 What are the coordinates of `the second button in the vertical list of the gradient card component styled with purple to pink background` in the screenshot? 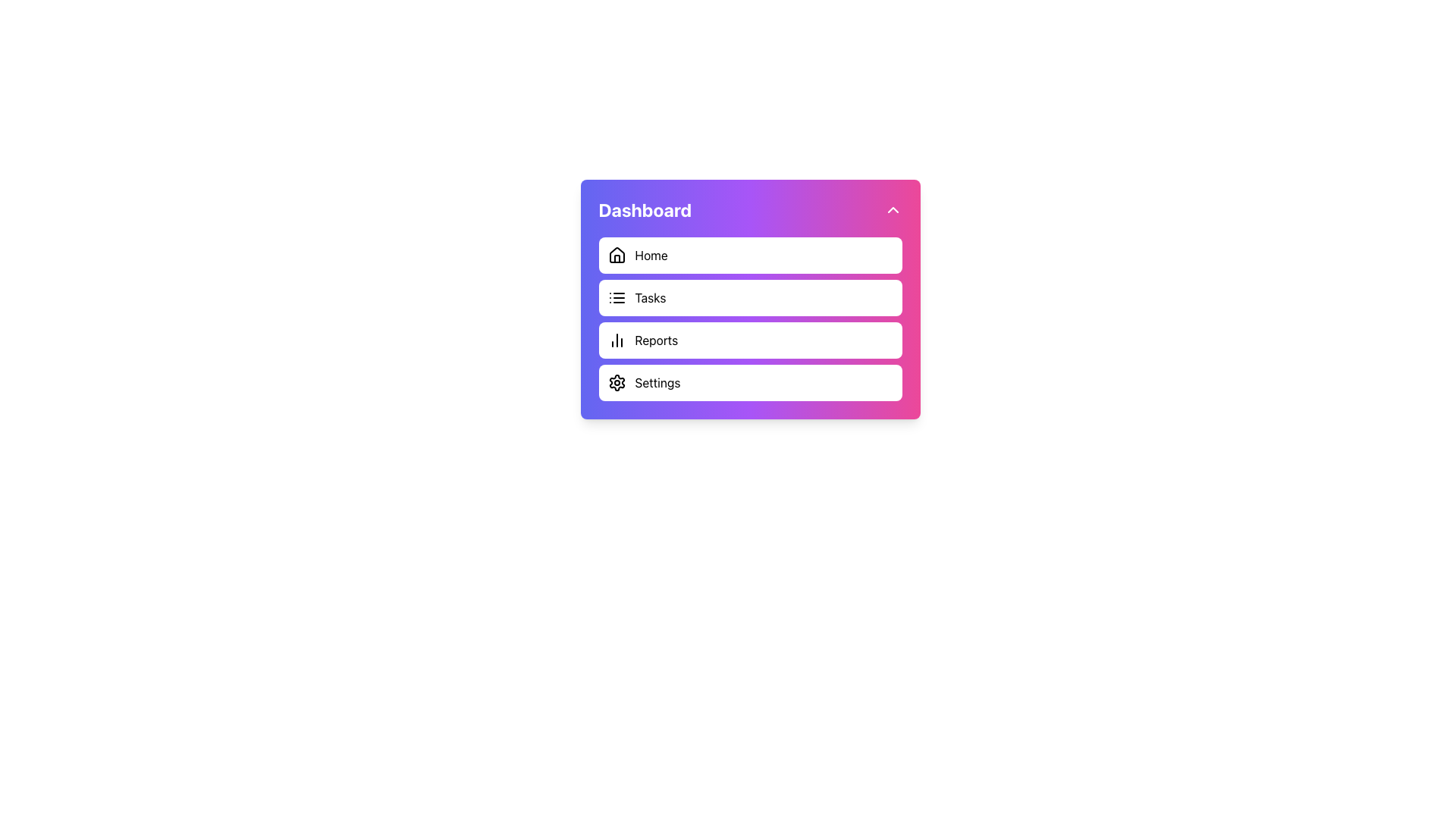 It's located at (750, 299).